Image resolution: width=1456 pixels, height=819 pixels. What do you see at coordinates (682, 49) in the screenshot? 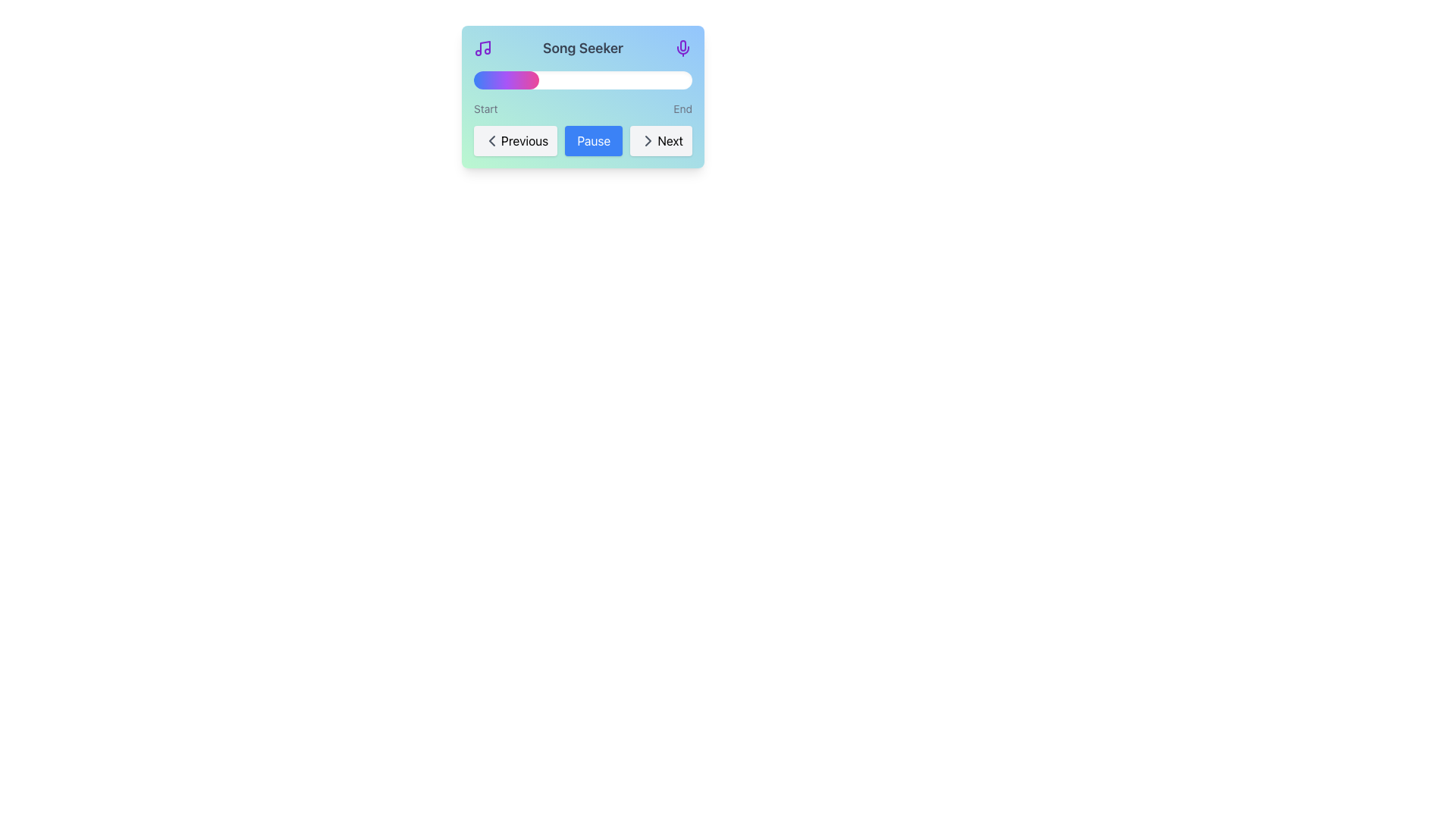
I see `the purple curved line element resembling a microphone located at the top-right corner of the music player interface` at bounding box center [682, 49].